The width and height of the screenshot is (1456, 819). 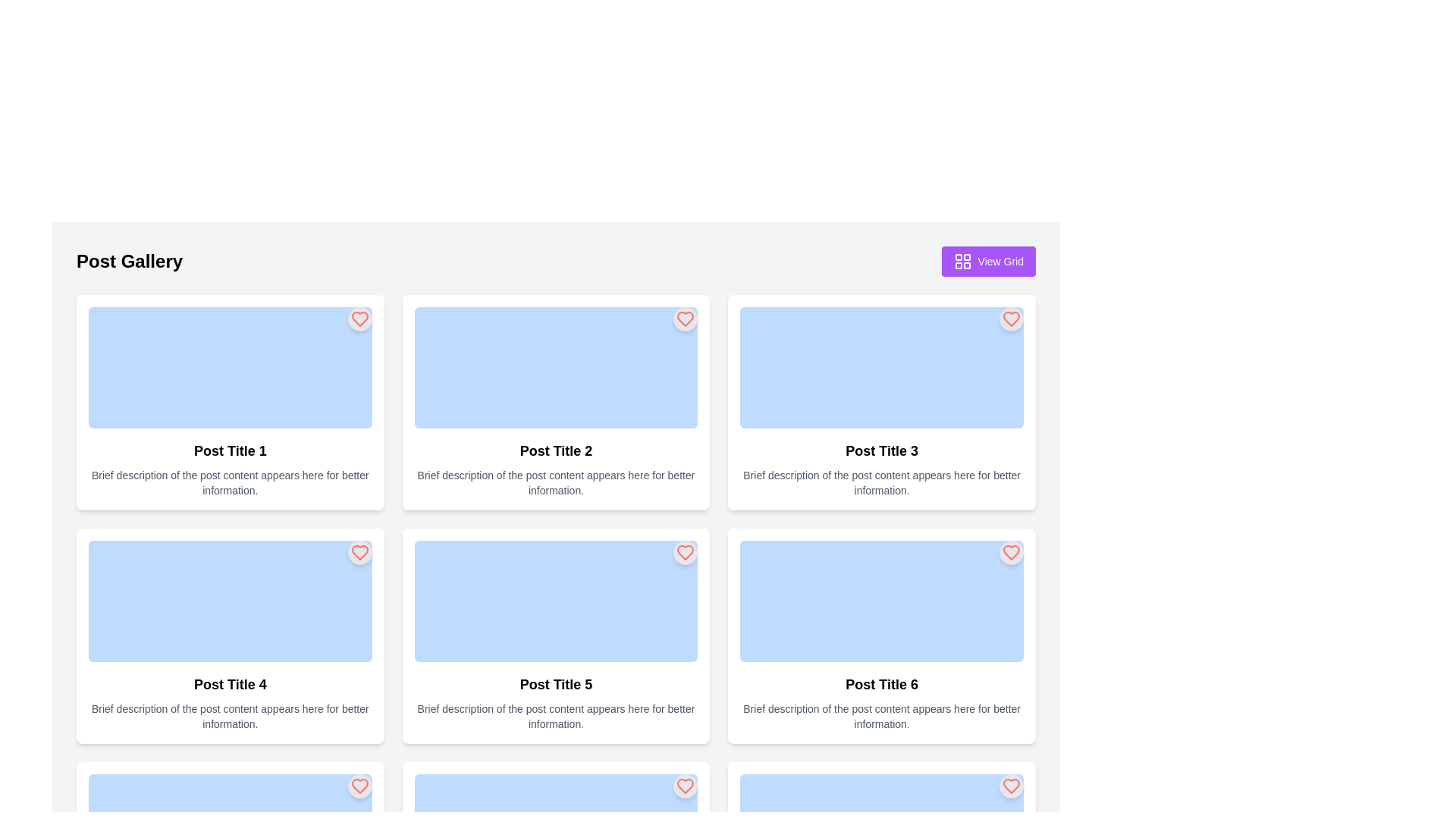 I want to click on the 'like' icon button in the top-right corner of the card titled 'Post Title 2', so click(x=684, y=318).